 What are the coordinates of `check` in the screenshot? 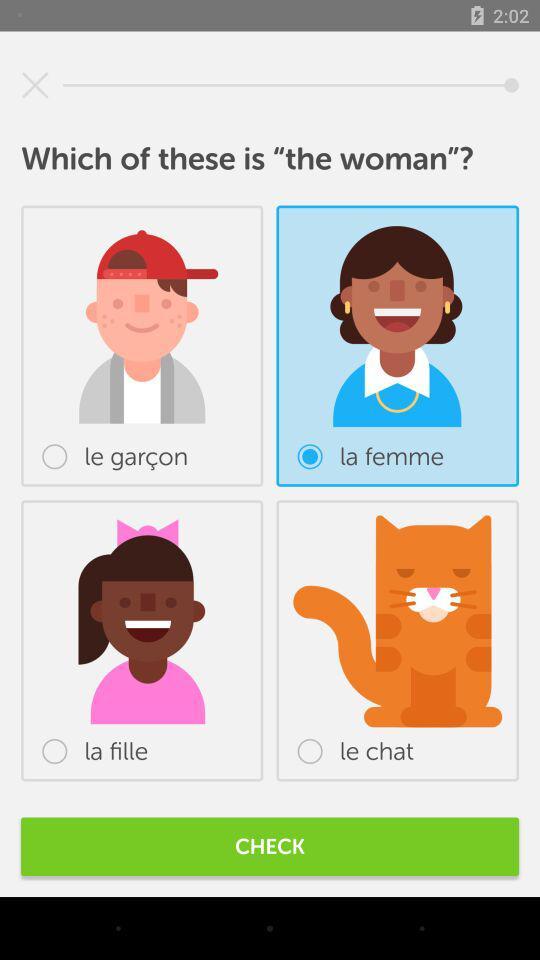 It's located at (270, 845).